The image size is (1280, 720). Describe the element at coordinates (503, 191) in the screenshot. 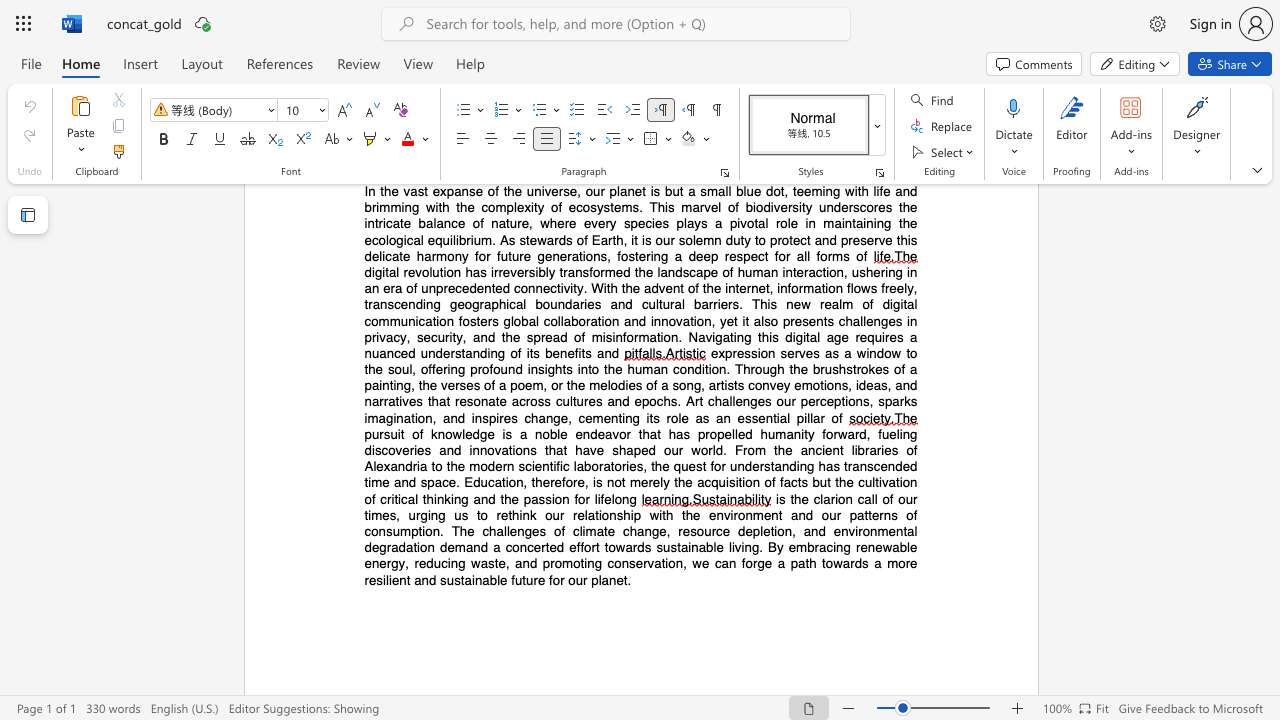

I see `the subset text "the universe, our planet is but a small blue dot, teeming with life and brimming with the complexity of ecosystems. This marvel of biodiversity underscores the intricate balance" within the text "In the vast expanse of the universe, our planet is but a small blue dot, teeming with life and brimming with the complexity of ecosystems. This marvel of biodiversity underscores the intricate balance of nature, where every species plays a pivotal role in"` at that location.